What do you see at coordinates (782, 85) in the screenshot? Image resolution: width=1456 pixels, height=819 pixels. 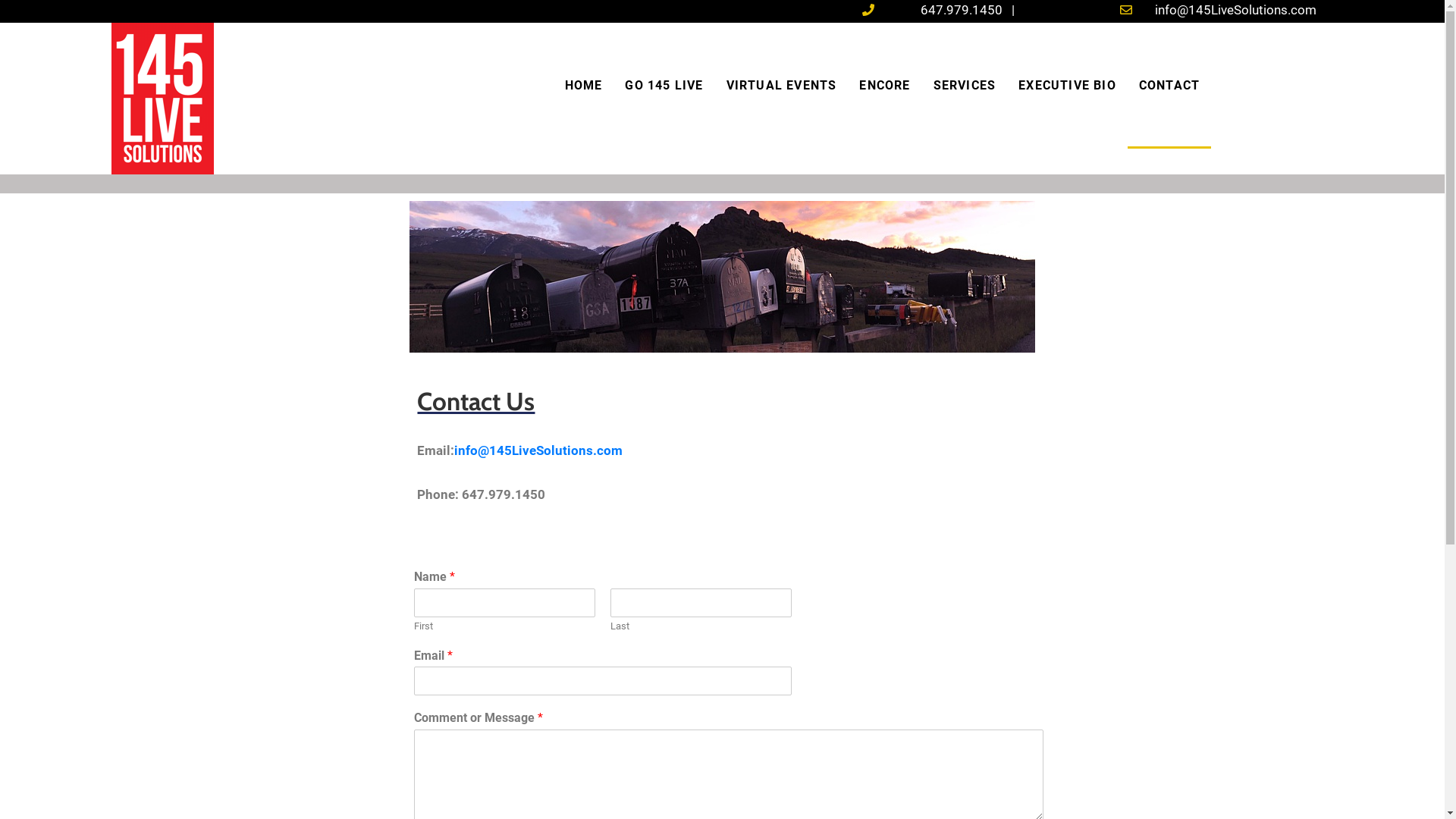 I see `'VIRTUAL EVENTS'` at bounding box center [782, 85].